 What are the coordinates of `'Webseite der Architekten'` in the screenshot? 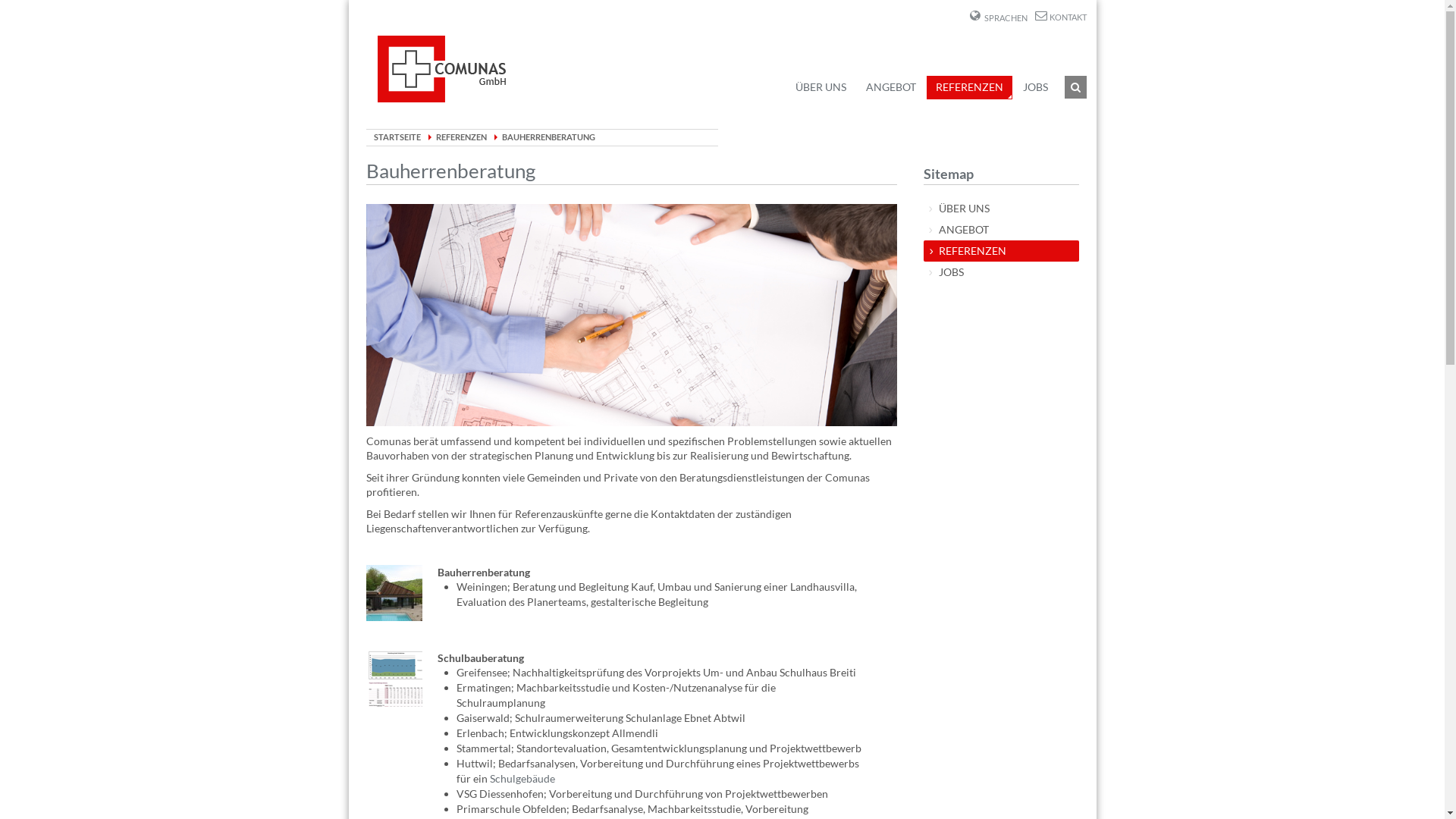 It's located at (393, 590).